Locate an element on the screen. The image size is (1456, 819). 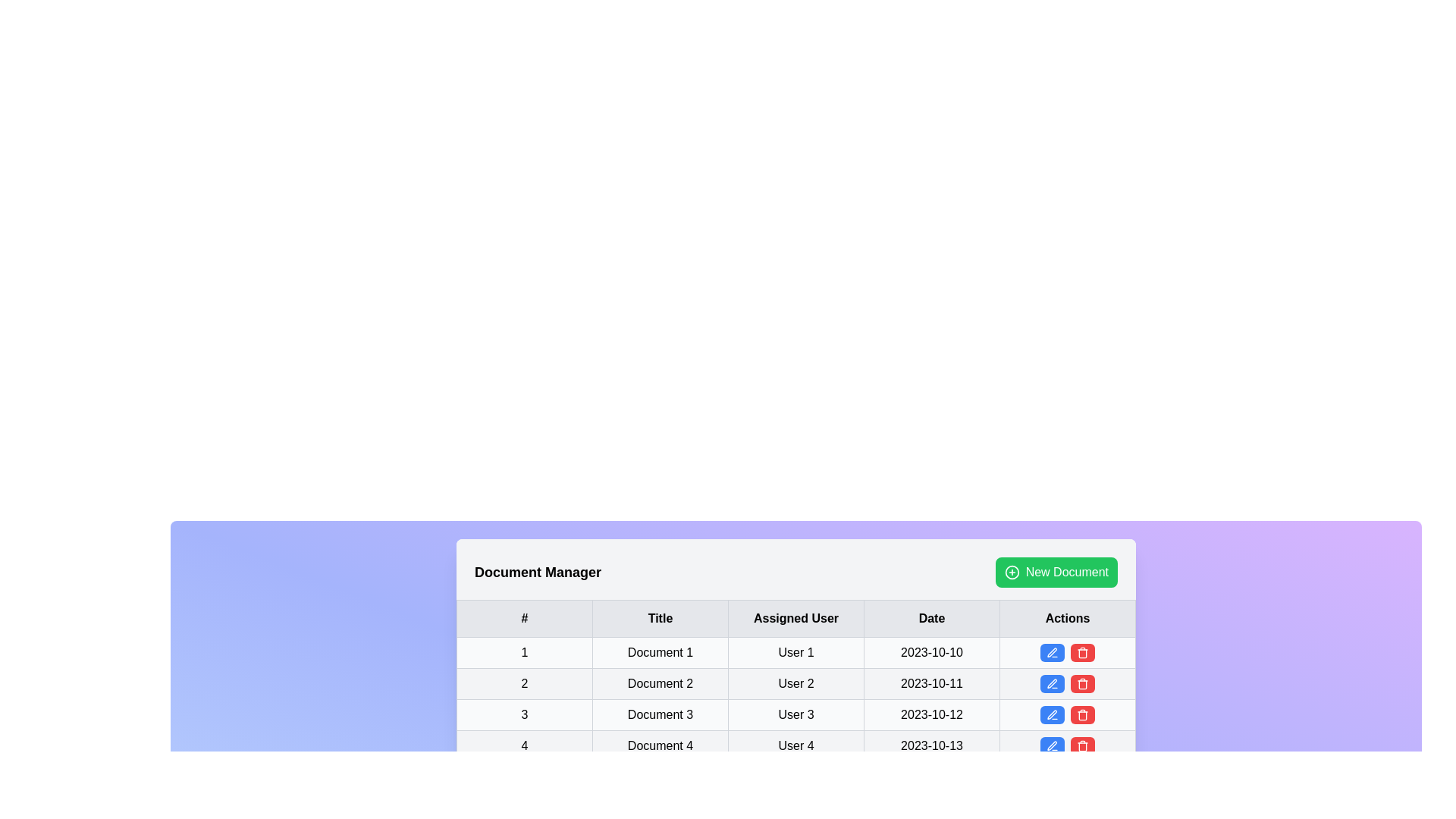
the static text label 'Date' located in the table header, which is styled with a bold font and a light gray background is located at coordinates (930, 619).